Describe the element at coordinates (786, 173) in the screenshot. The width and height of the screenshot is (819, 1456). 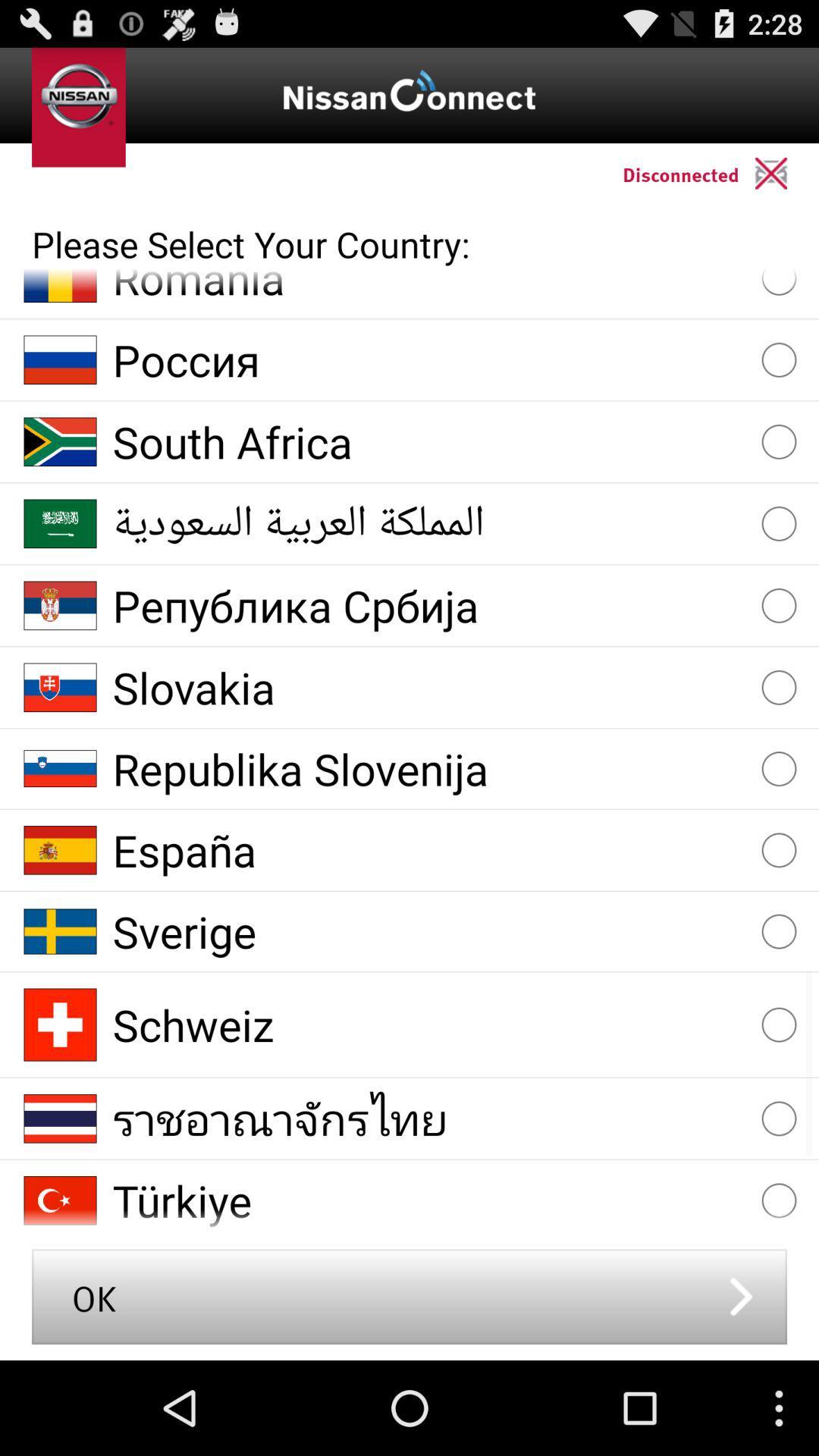
I see `the app above the please select your app` at that location.